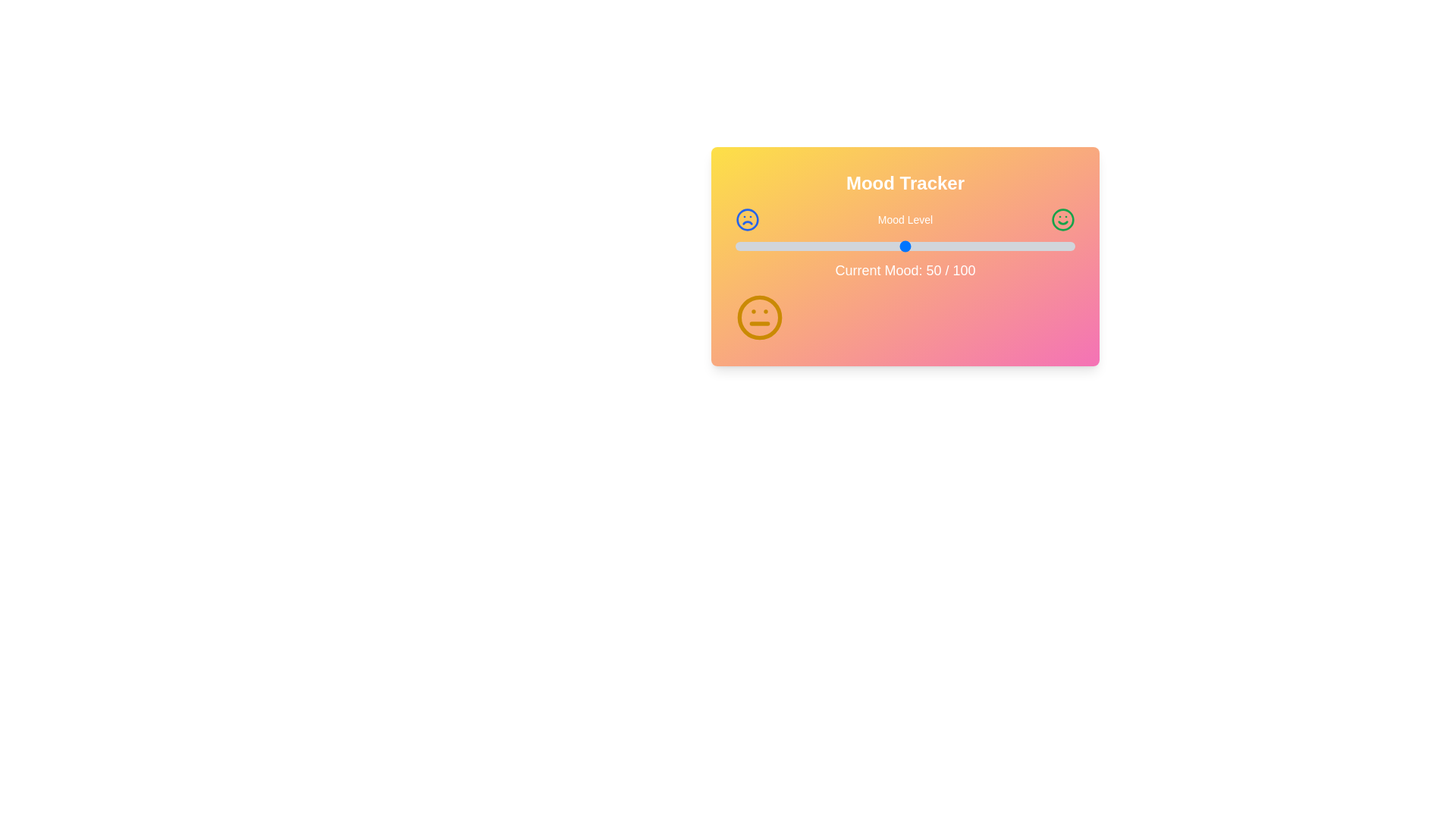 The width and height of the screenshot is (1456, 819). What do you see at coordinates (742, 245) in the screenshot?
I see `the mood level slider to 2 where mood_level is a percentage between 0 and 100` at bounding box center [742, 245].